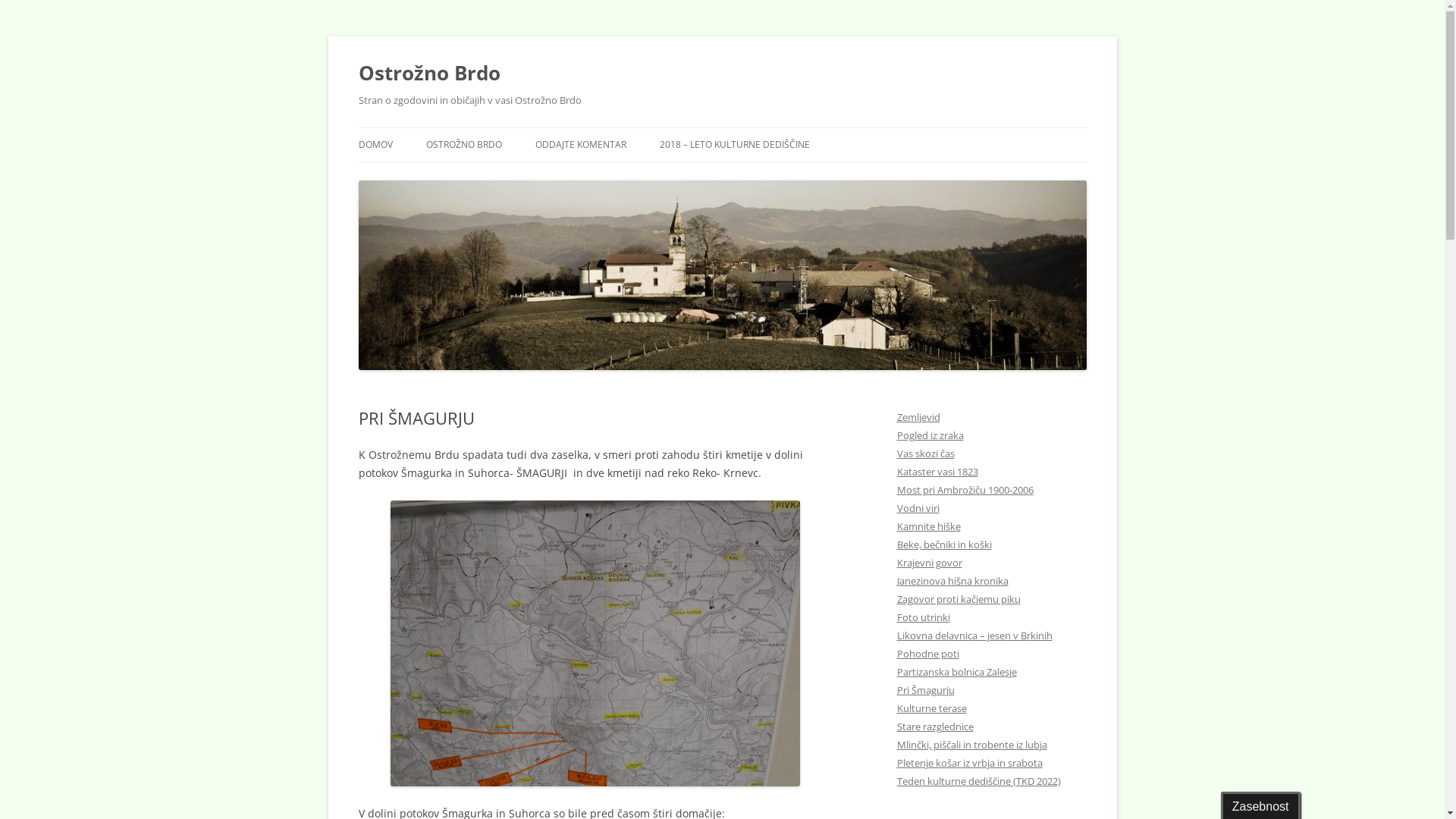 This screenshot has height=819, width=1456. I want to click on 'Kulturne terase', so click(930, 708).